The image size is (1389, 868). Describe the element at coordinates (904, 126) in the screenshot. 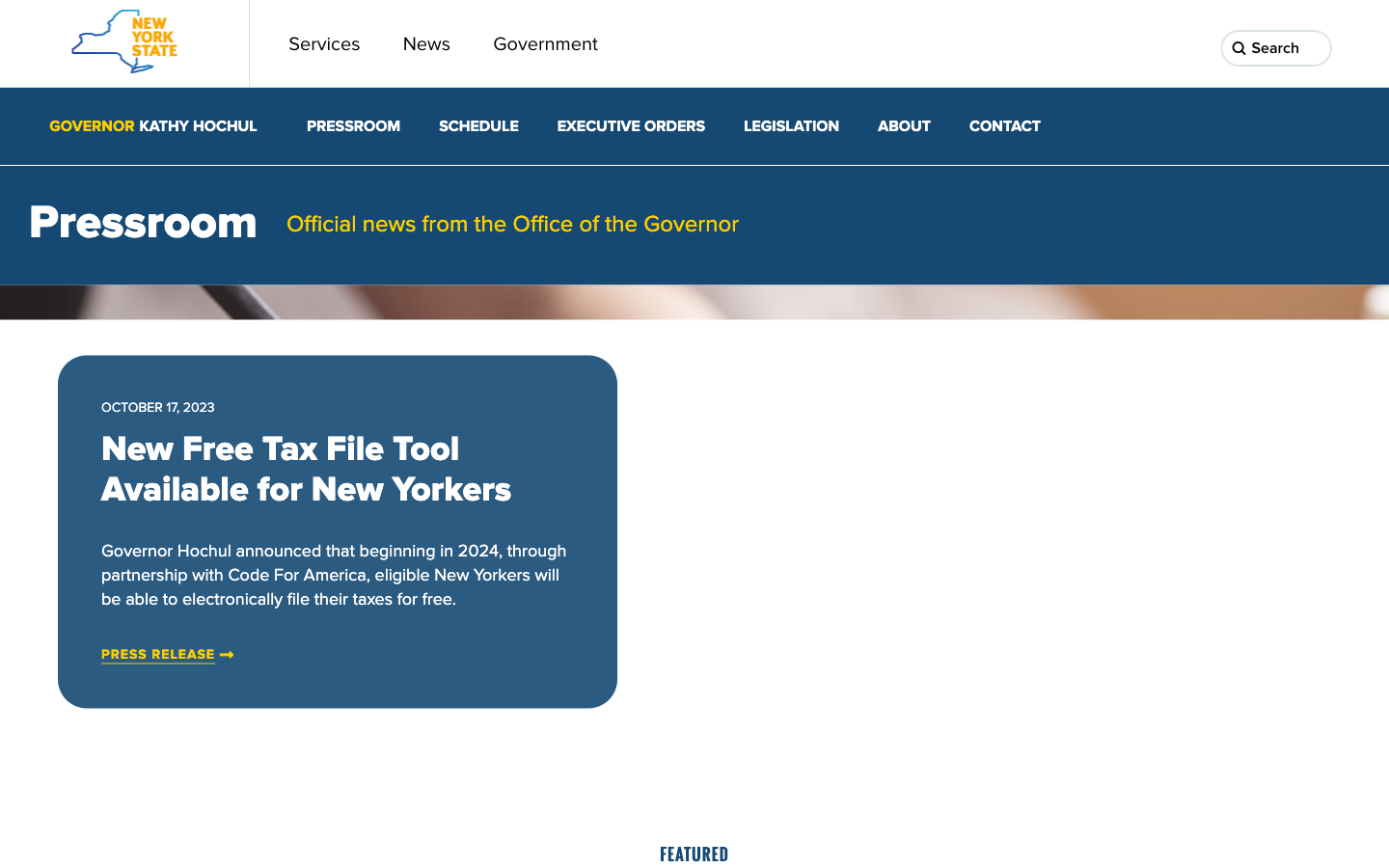

I see `the second option in the About section` at that location.